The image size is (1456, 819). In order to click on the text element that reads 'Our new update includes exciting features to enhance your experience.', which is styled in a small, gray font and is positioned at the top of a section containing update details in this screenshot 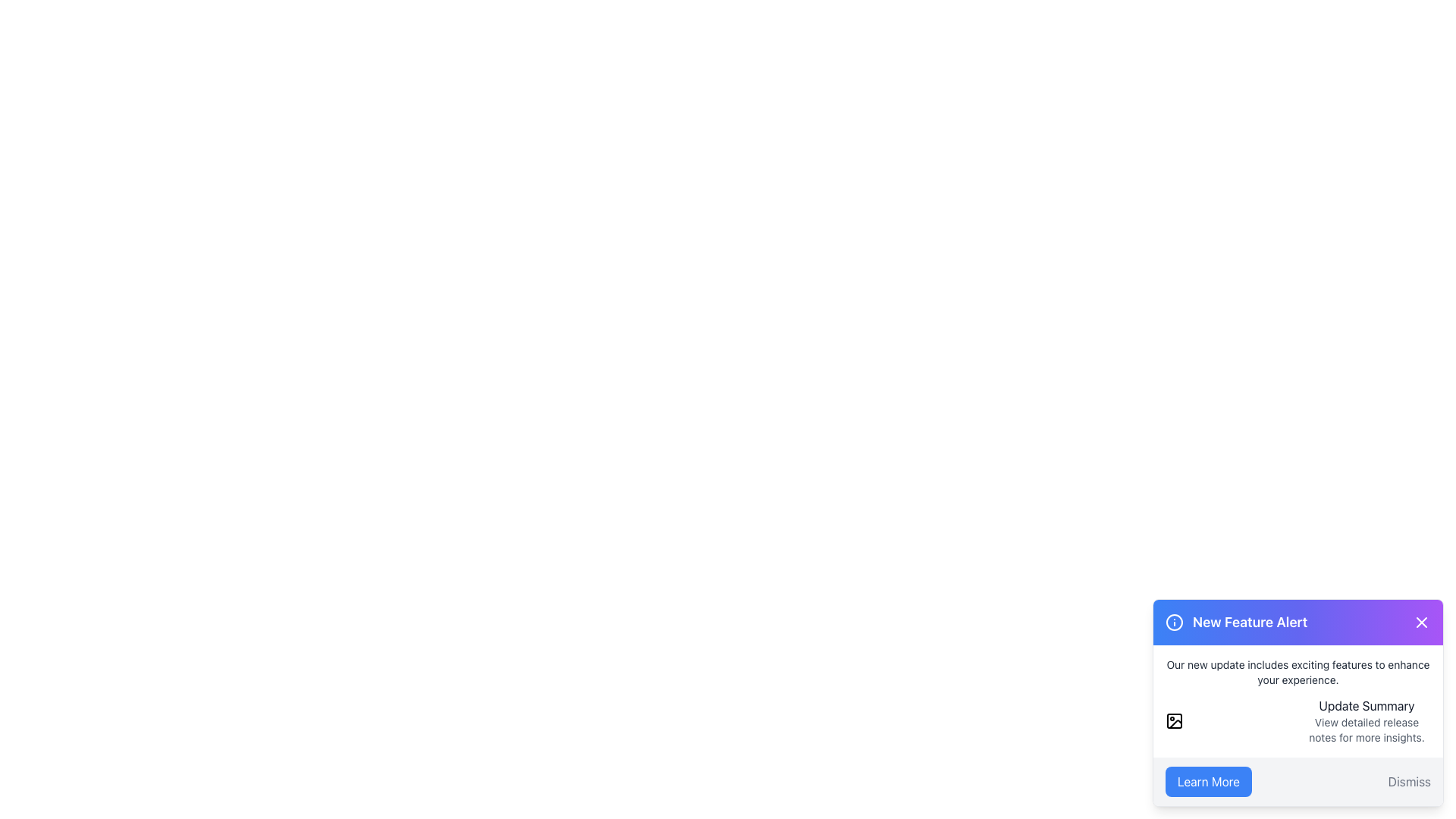, I will do `click(1298, 672)`.